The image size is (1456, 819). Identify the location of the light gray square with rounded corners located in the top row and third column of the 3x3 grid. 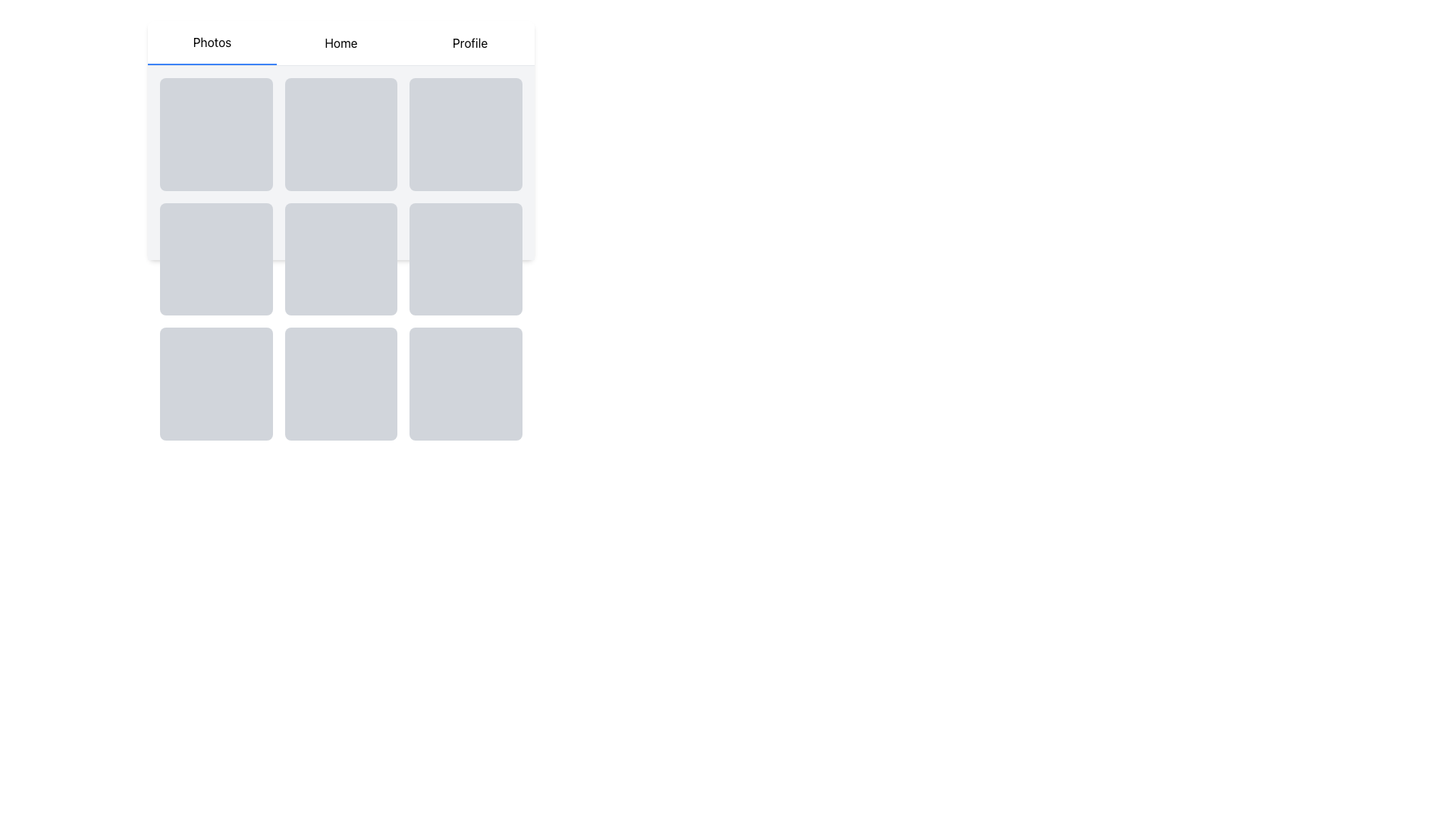
(465, 133).